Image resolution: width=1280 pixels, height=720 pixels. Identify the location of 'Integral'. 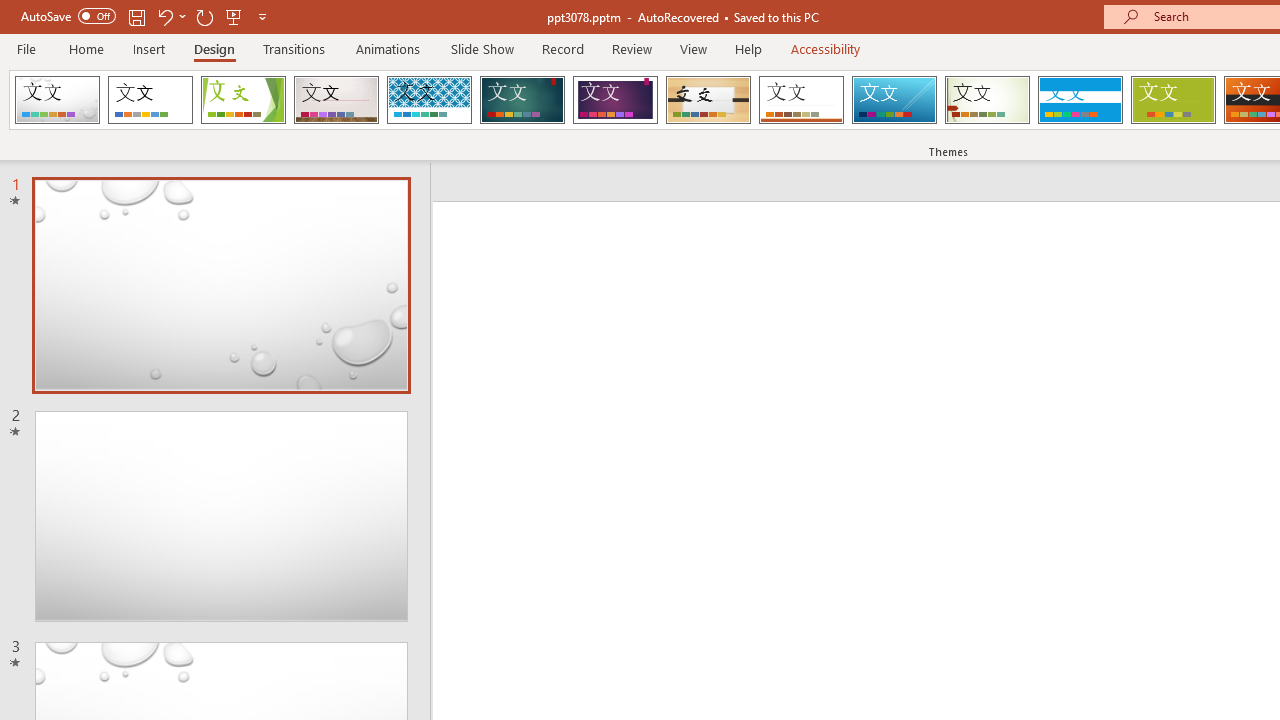
(428, 100).